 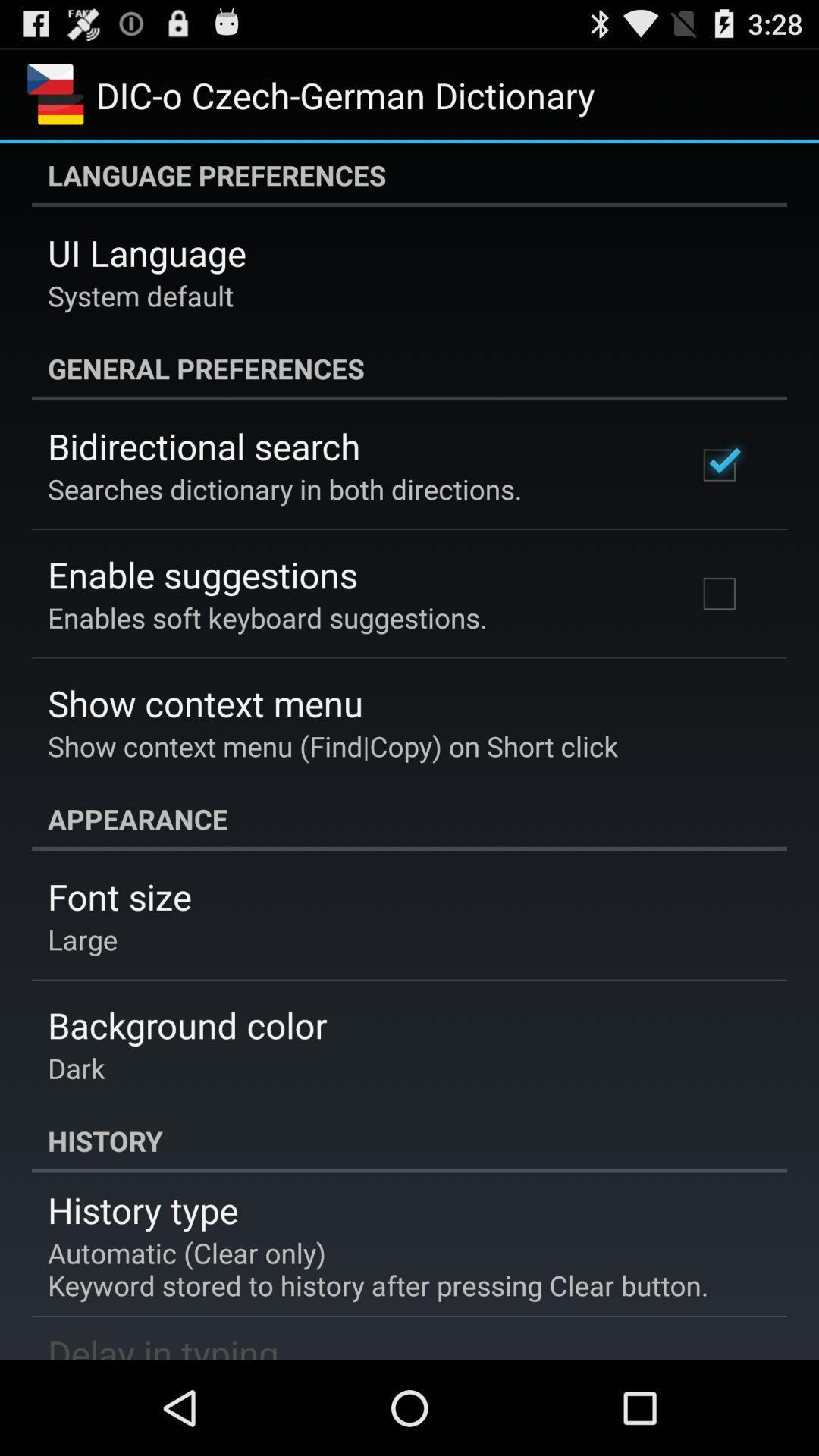 What do you see at coordinates (143, 1209) in the screenshot?
I see `history type app` at bounding box center [143, 1209].